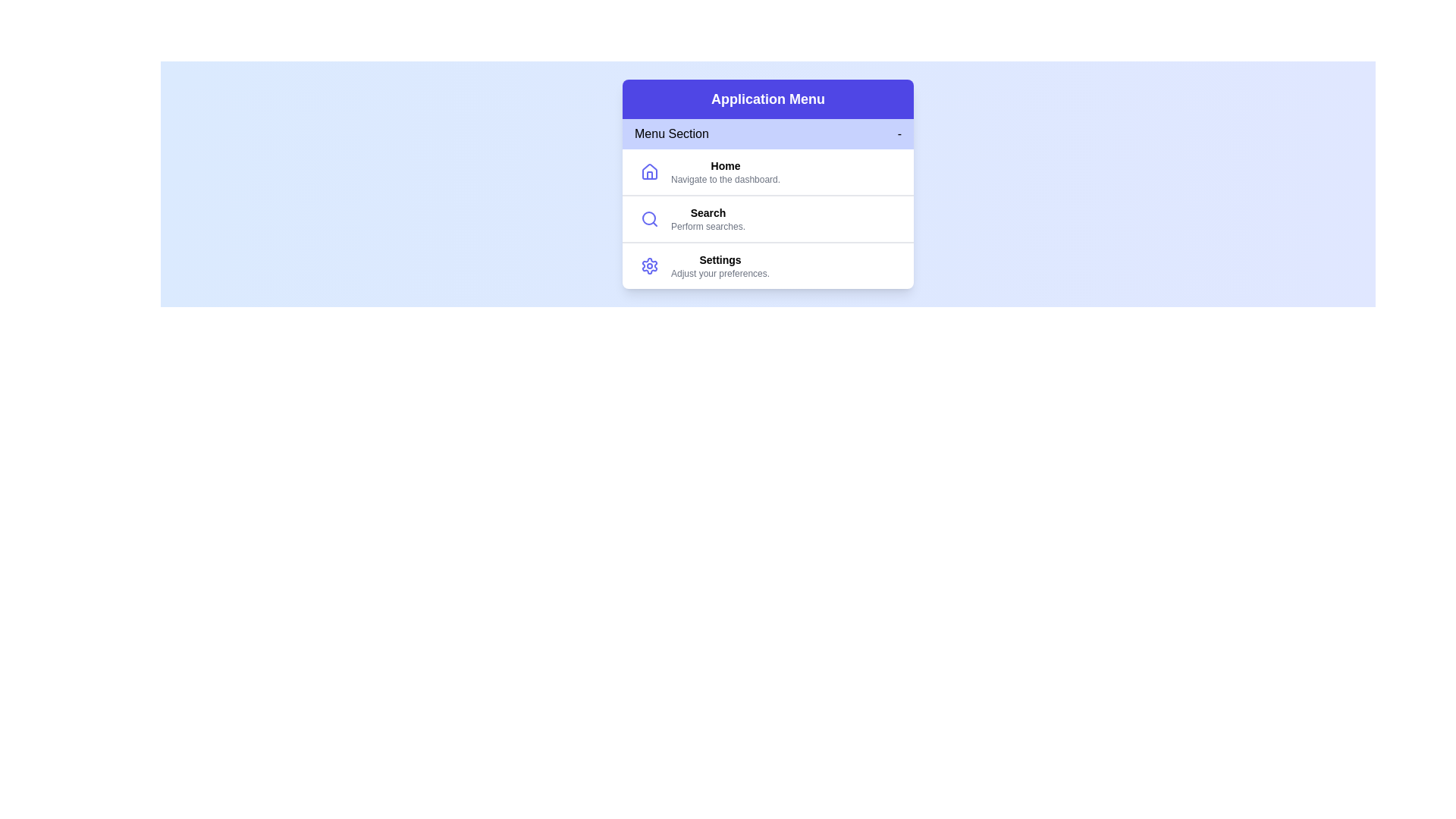 The image size is (1456, 819). What do you see at coordinates (767, 265) in the screenshot?
I see `the menu item settings to highlight it` at bounding box center [767, 265].